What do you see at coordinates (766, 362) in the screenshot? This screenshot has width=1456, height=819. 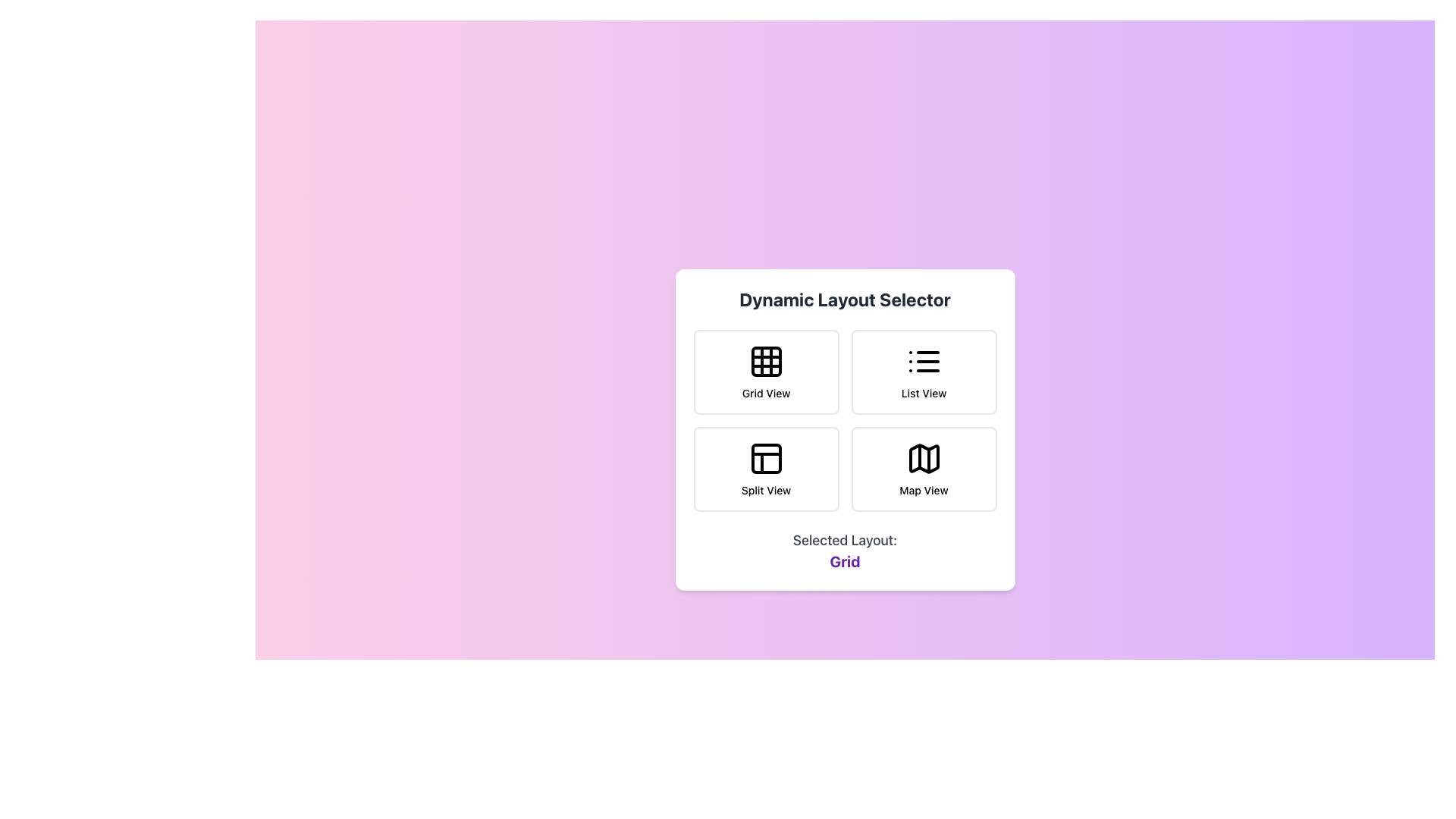 I see `the 'Grid View' icon, which is a 3x3 grid of squares with black lines on a white background, located in the top-left section of the layout options panel` at bounding box center [766, 362].